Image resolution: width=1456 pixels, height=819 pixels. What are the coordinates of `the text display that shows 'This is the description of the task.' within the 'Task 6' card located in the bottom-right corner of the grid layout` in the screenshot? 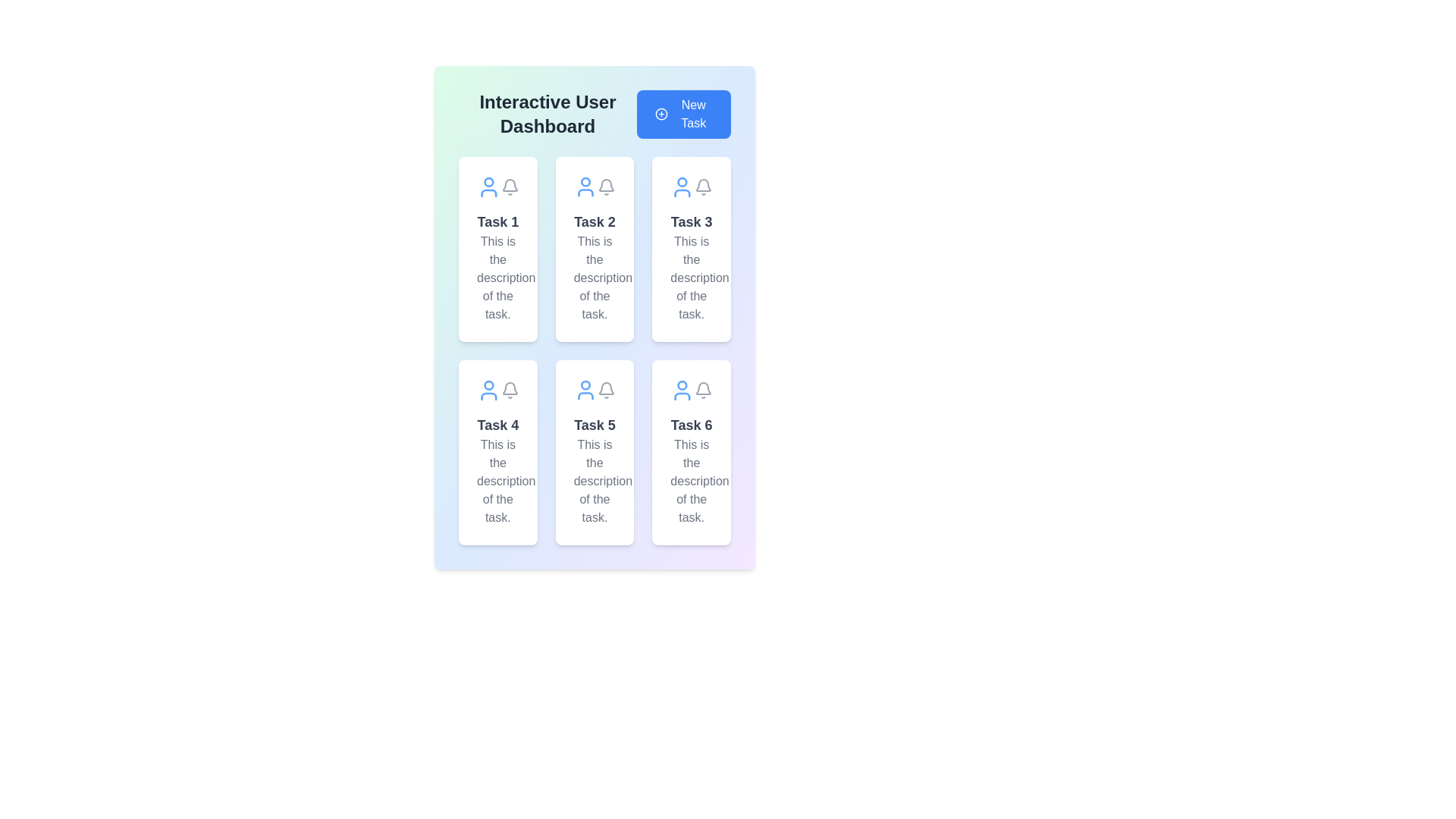 It's located at (691, 482).